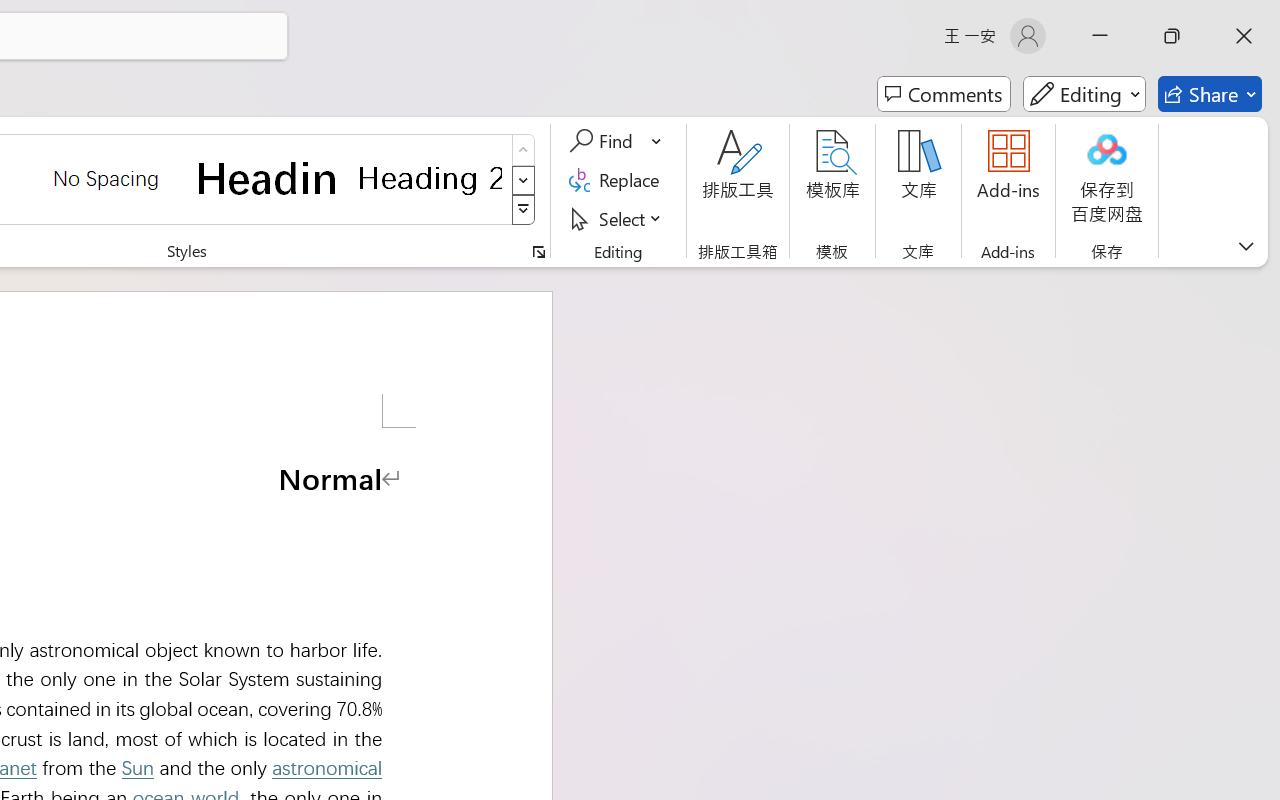  Describe the element at coordinates (523, 179) in the screenshot. I see `'Row Down'` at that location.